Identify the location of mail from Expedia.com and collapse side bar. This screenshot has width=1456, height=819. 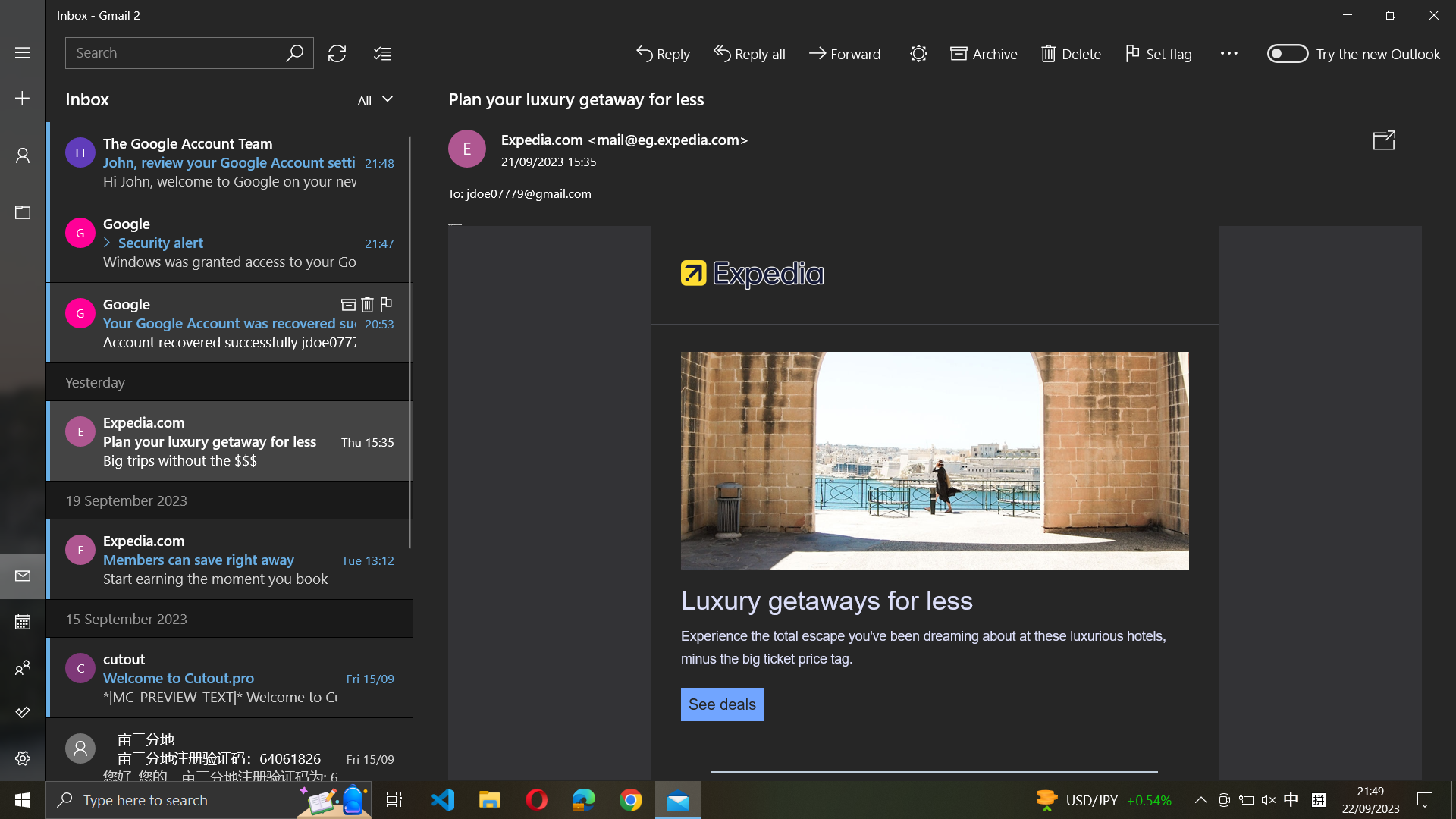
(227, 439).